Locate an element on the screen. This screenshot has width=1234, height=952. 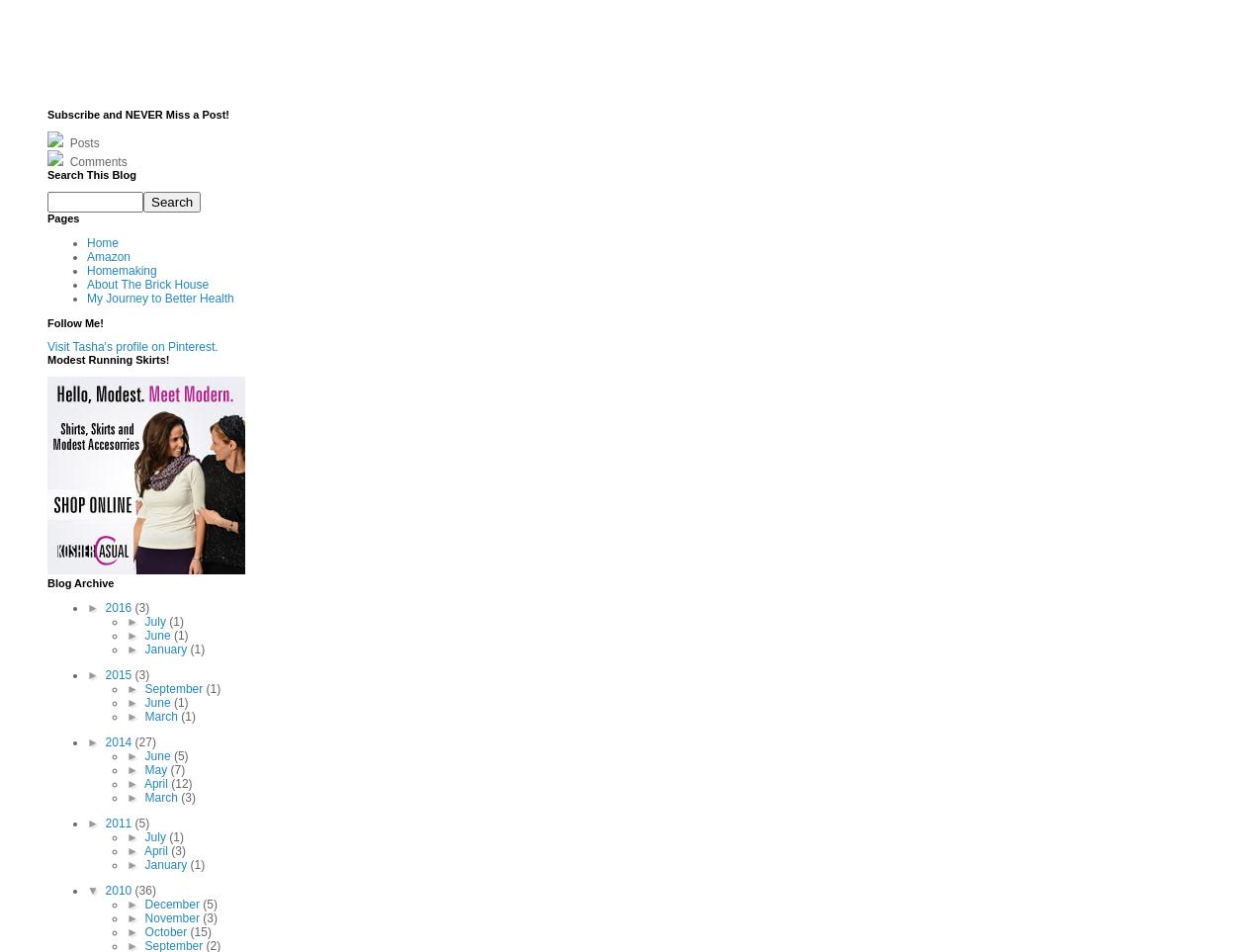
'Subscribe and NEVER Miss a Post!' is located at coordinates (138, 112).